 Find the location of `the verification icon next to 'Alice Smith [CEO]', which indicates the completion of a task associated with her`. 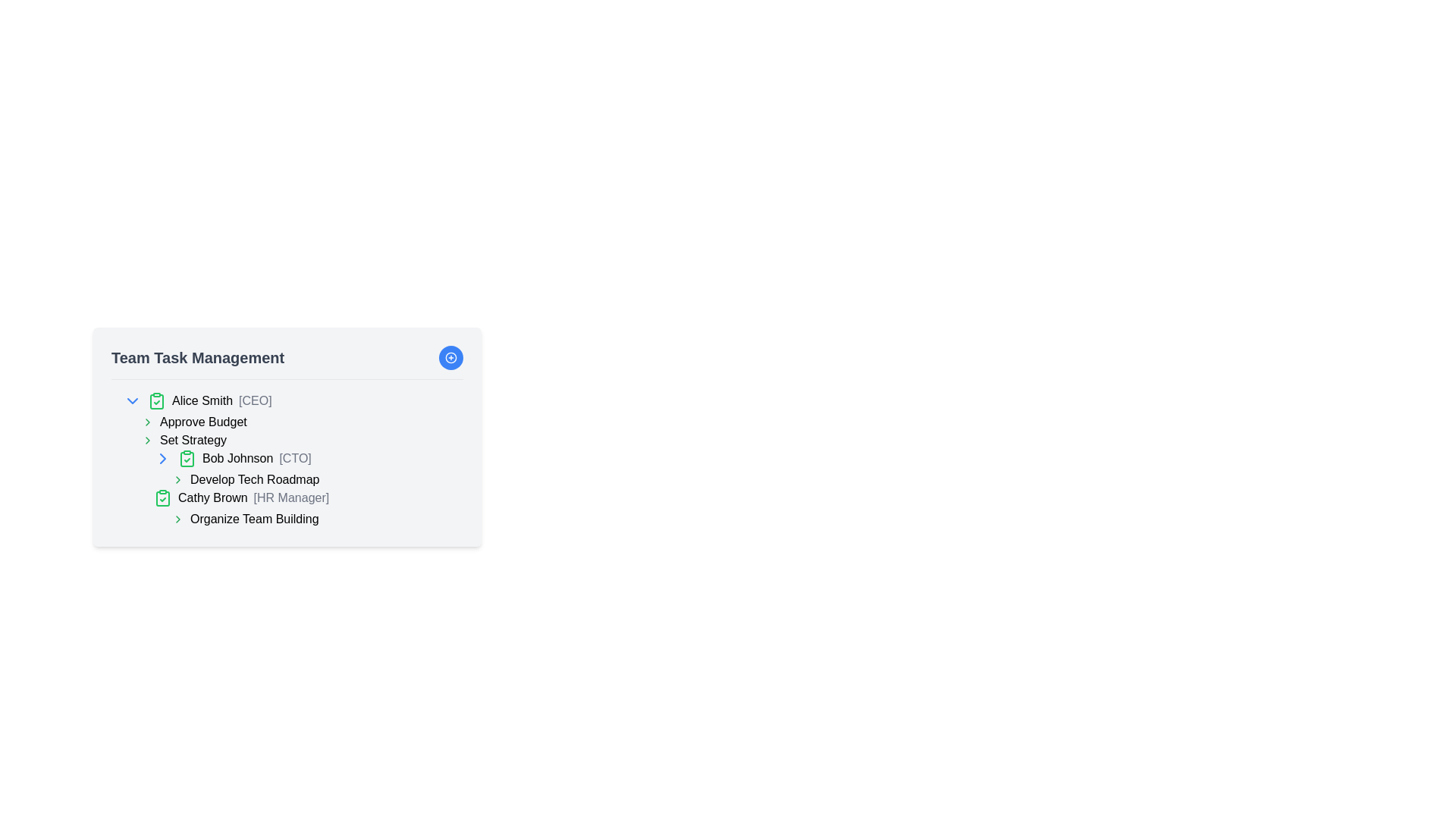

the verification icon next to 'Alice Smith [CEO]', which indicates the completion of a task associated with her is located at coordinates (156, 400).